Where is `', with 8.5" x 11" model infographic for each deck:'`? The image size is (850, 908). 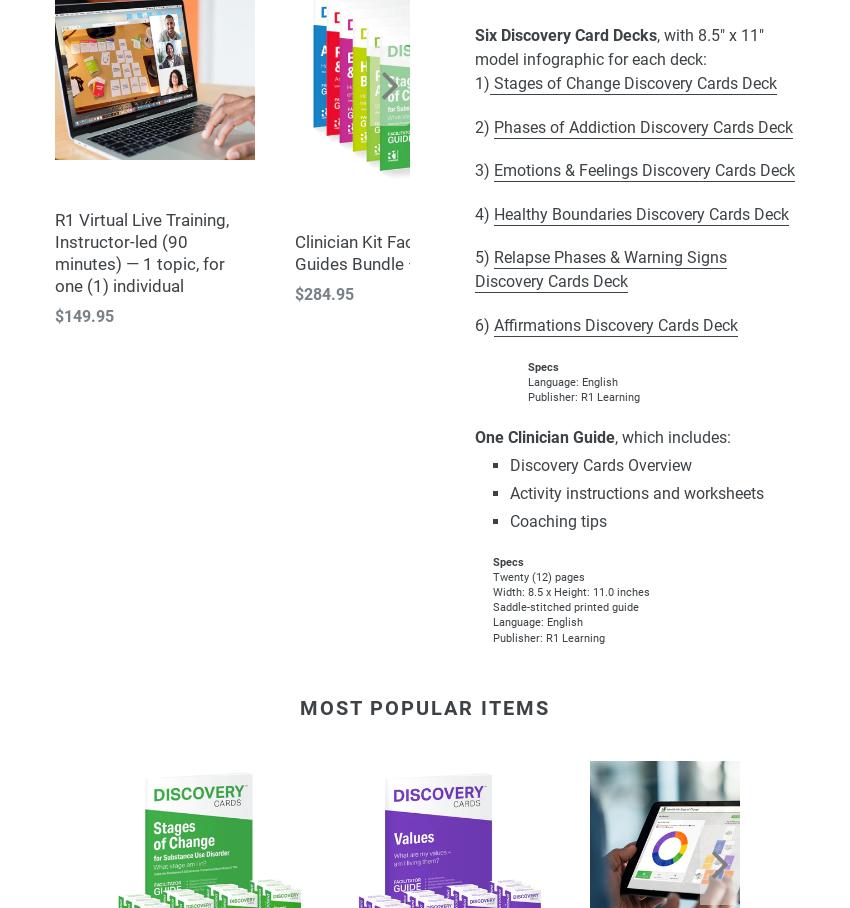
', with 8.5" x 11" model infographic for each deck:' is located at coordinates (618, 47).